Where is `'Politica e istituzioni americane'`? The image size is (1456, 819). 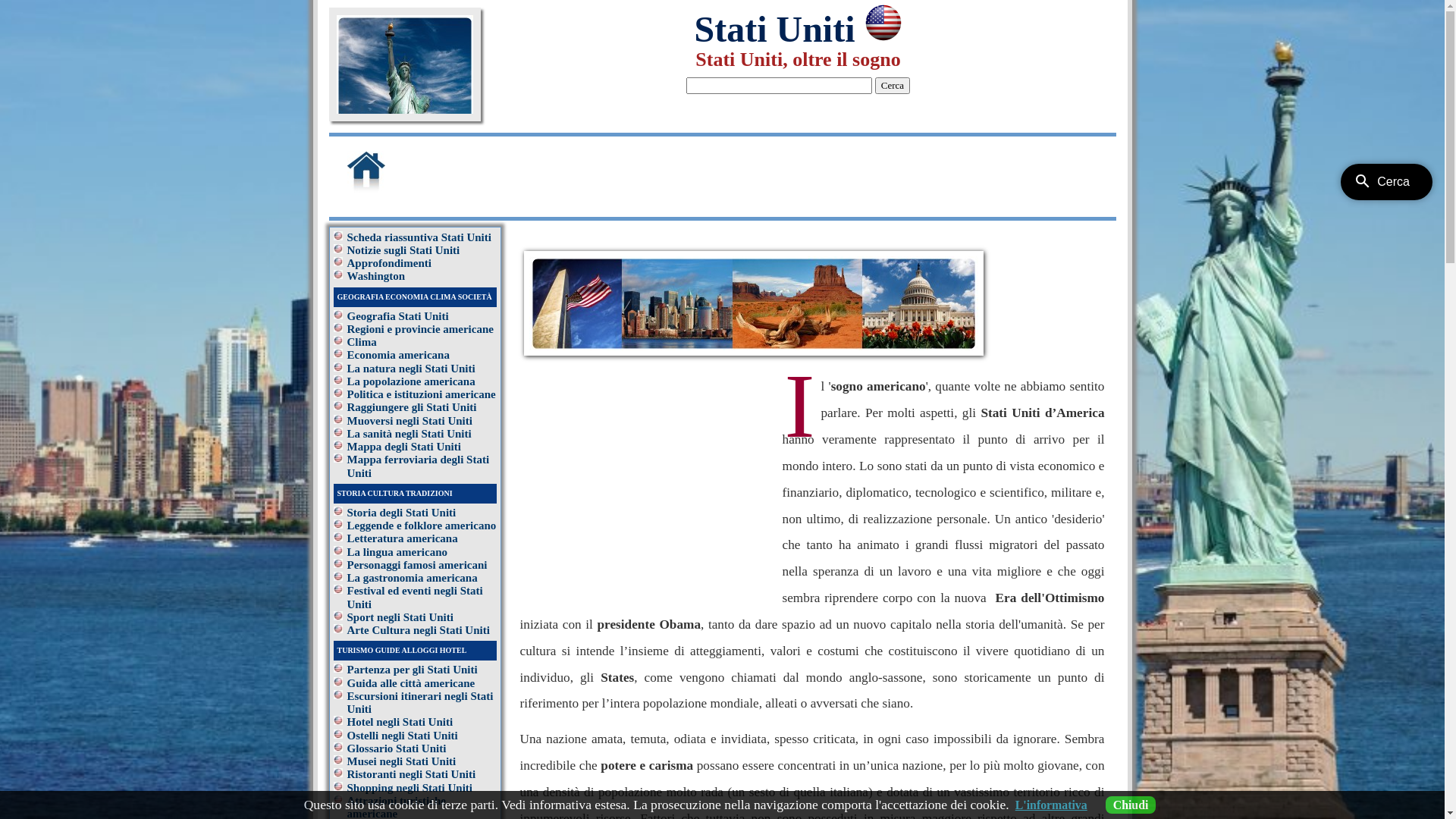
'Politica e istituzioni americane' is located at coordinates (422, 394).